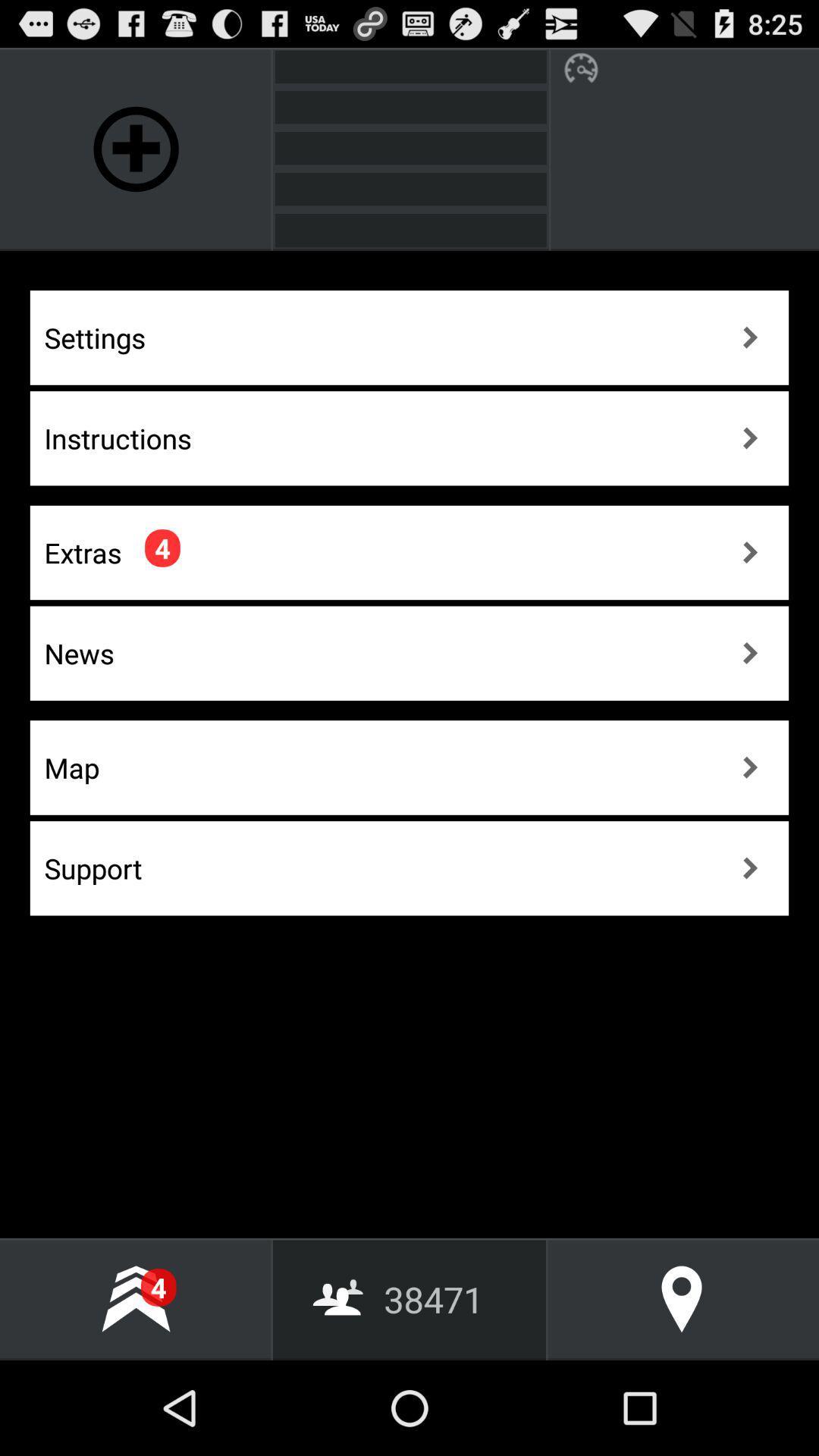 This screenshot has width=819, height=1456. Describe the element at coordinates (681, 1298) in the screenshot. I see `location pin which is at bottom right corner of the page` at that location.